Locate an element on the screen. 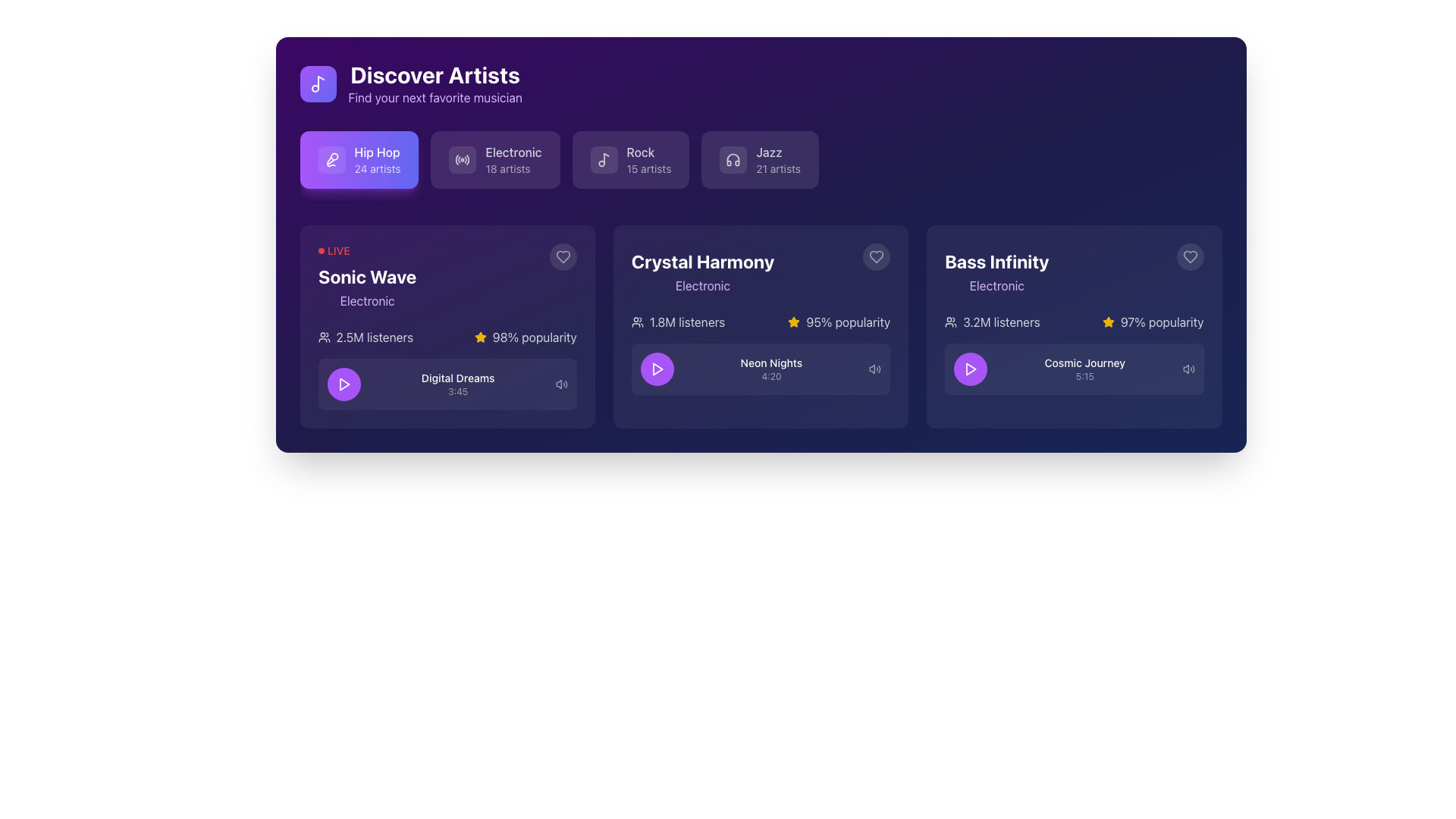 This screenshot has width=1456, height=819. the static text label displaying 'Neon Nights' which is styled in white on a dark blue background, located within the 'Crystal Harmony' card, below the purple play button and above the duration text is located at coordinates (771, 362).